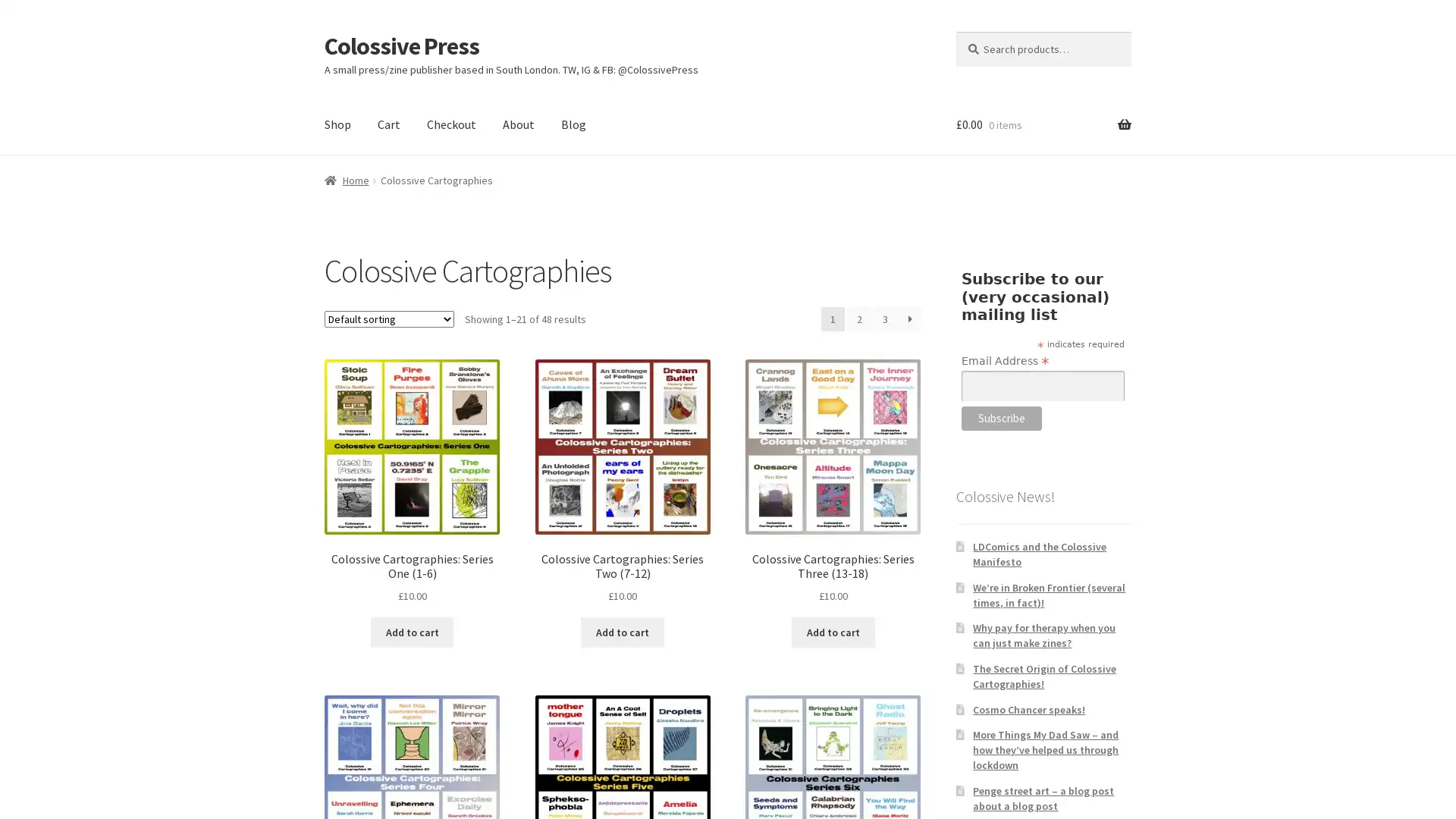 The image size is (1456, 819). I want to click on Search, so click(954, 30).